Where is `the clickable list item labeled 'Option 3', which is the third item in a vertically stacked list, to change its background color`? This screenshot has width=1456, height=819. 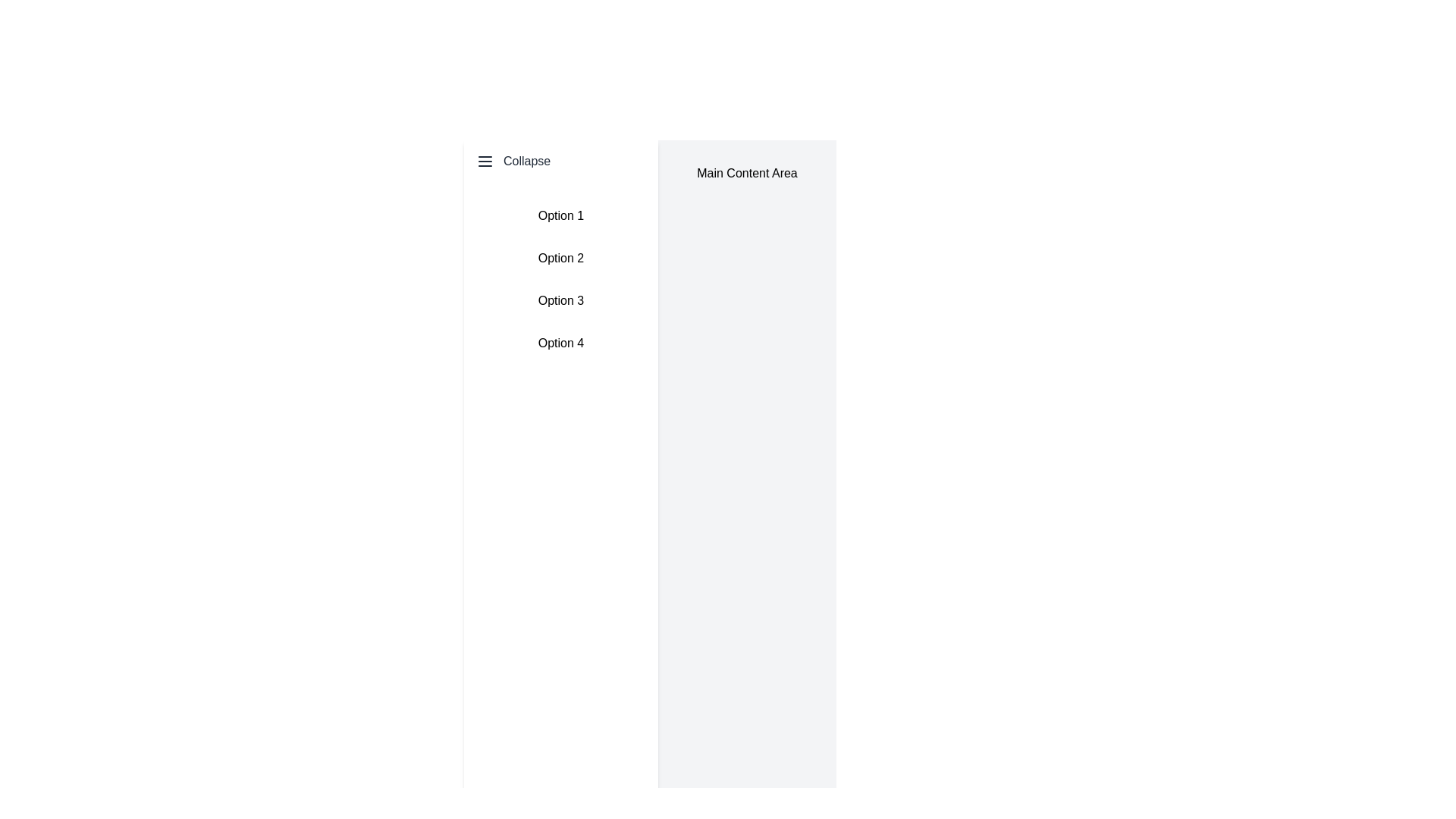 the clickable list item labeled 'Option 3', which is the third item in a vertically stacked list, to change its background color is located at coordinates (560, 301).